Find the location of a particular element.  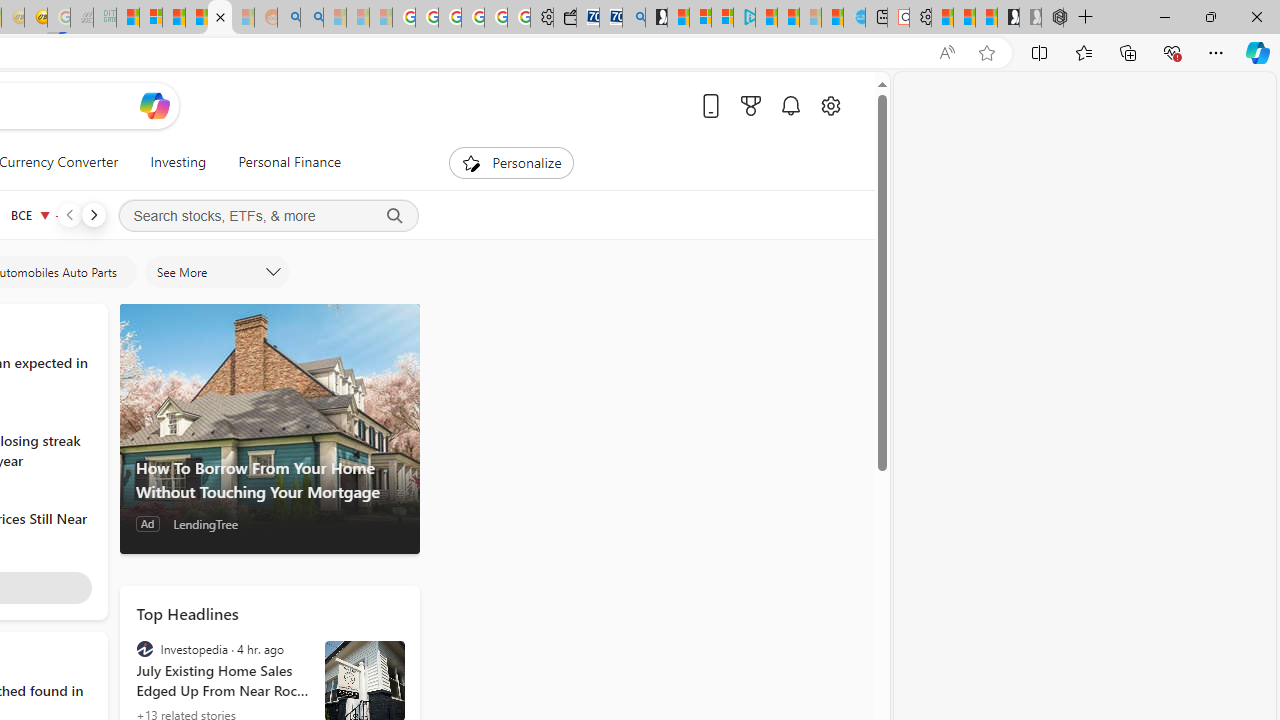

'Personalize' is located at coordinates (512, 162).